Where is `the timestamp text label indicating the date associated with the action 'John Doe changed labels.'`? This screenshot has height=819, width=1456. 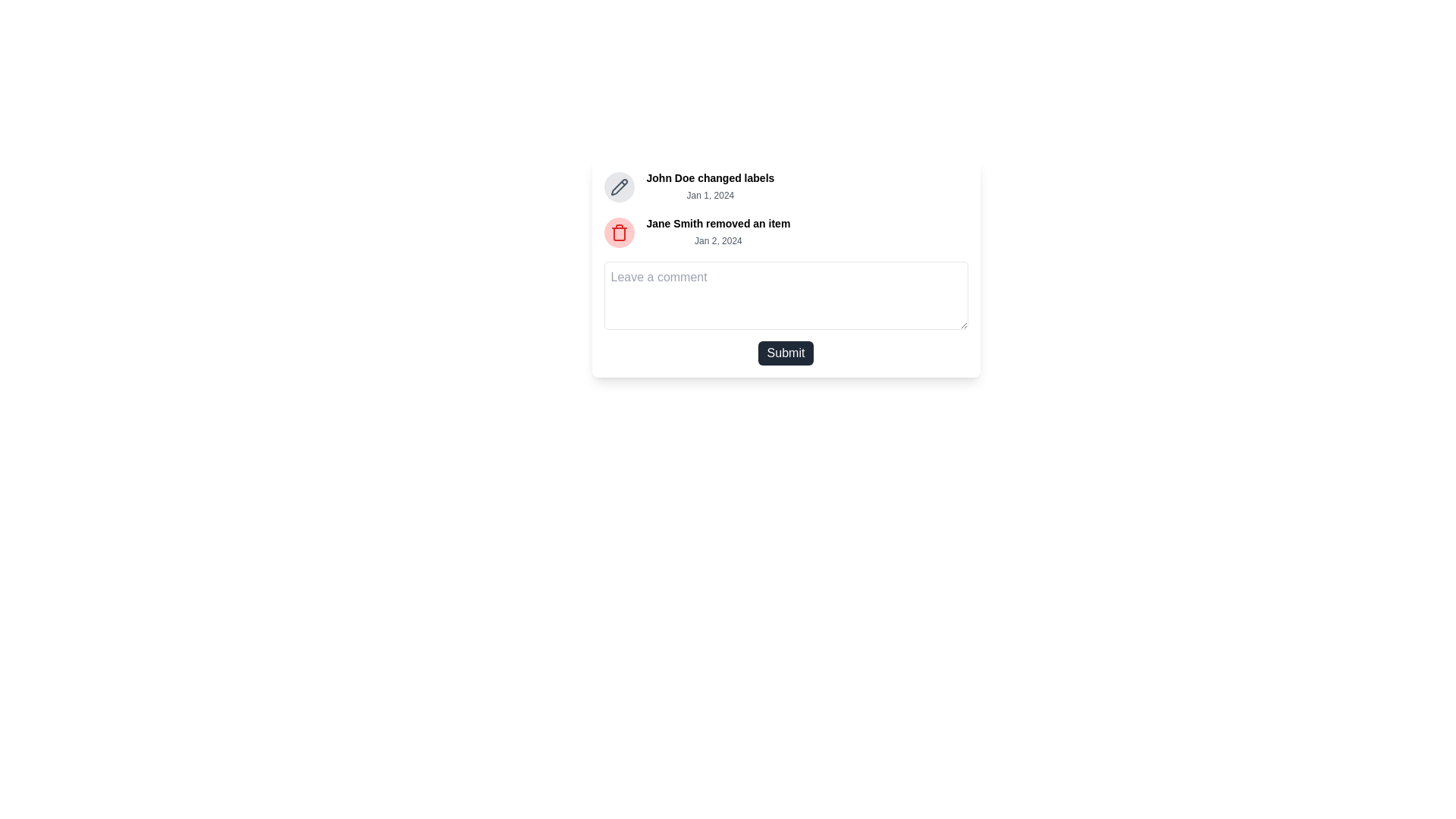 the timestamp text label indicating the date associated with the action 'John Doe changed labels.' is located at coordinates (709, 195).